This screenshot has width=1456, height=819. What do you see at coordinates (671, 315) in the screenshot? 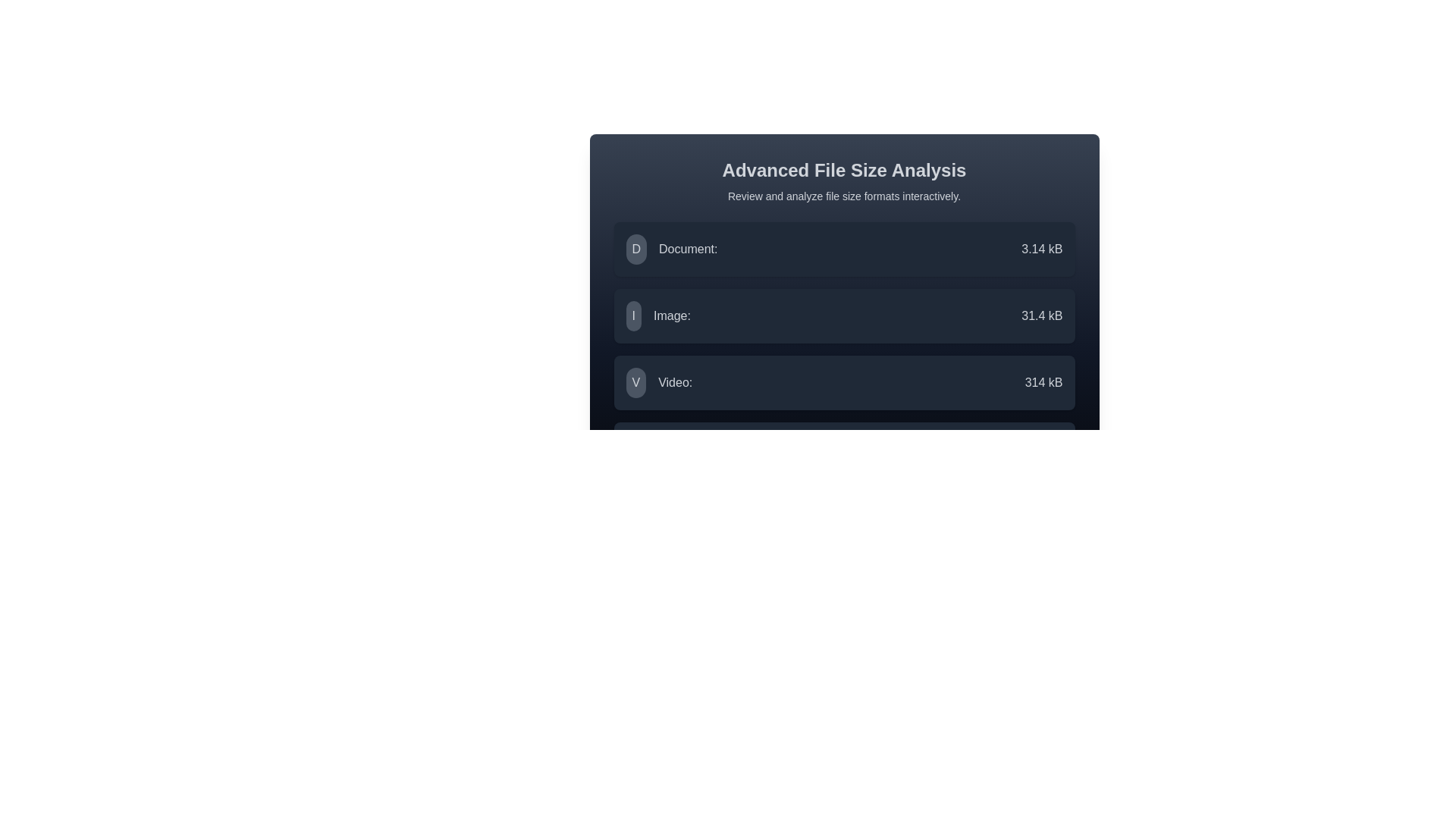
I see `text label displaying 'Image:' which is styled in a light color against a dark background, positioned below 'Document:' and above 'Video:' in the middle section of a vertical list` at bounding box center [671, 315].